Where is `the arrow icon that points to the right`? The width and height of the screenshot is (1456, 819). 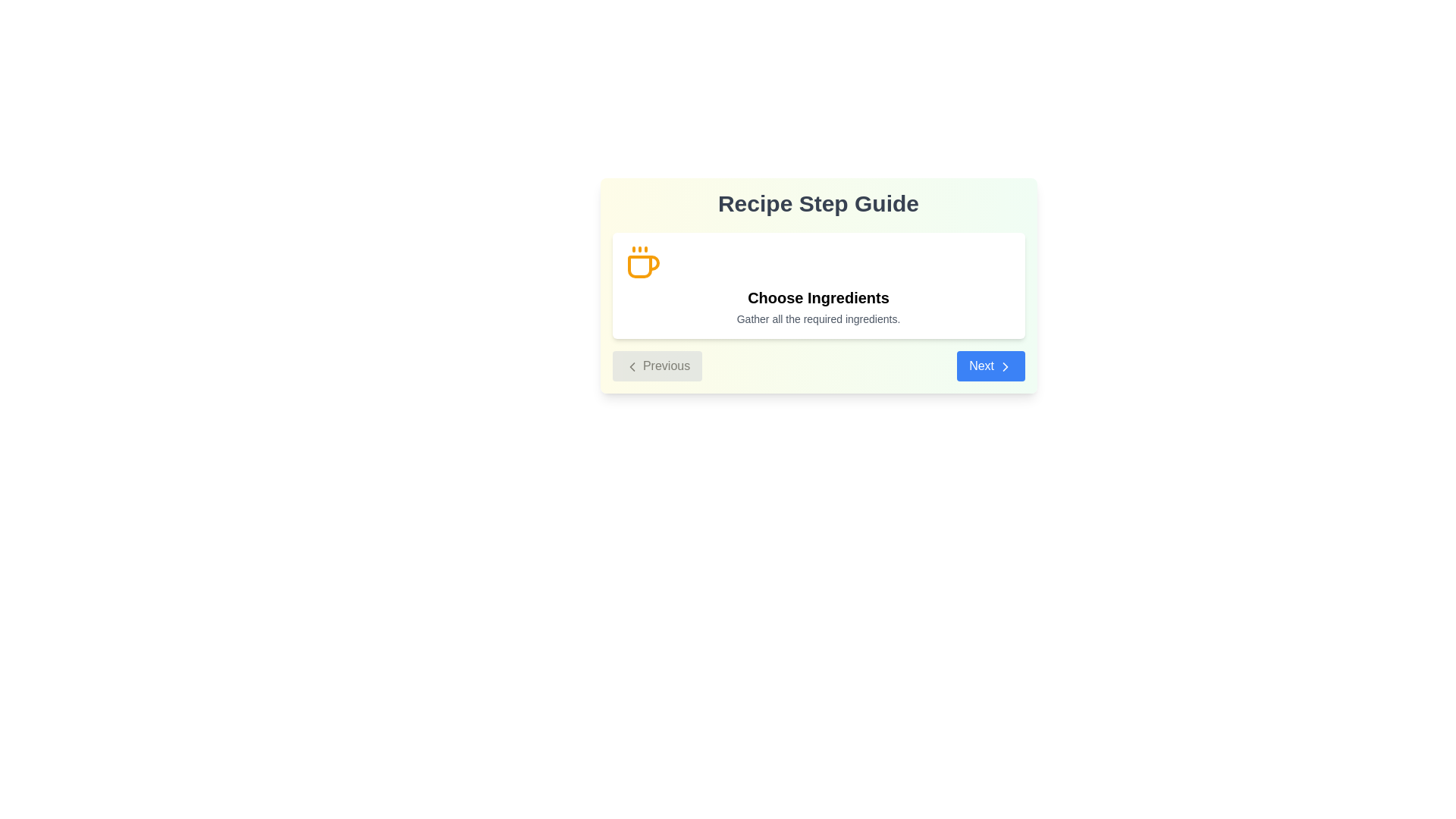
the arrow icon that points to the right is located at coordinates (1005, 366).